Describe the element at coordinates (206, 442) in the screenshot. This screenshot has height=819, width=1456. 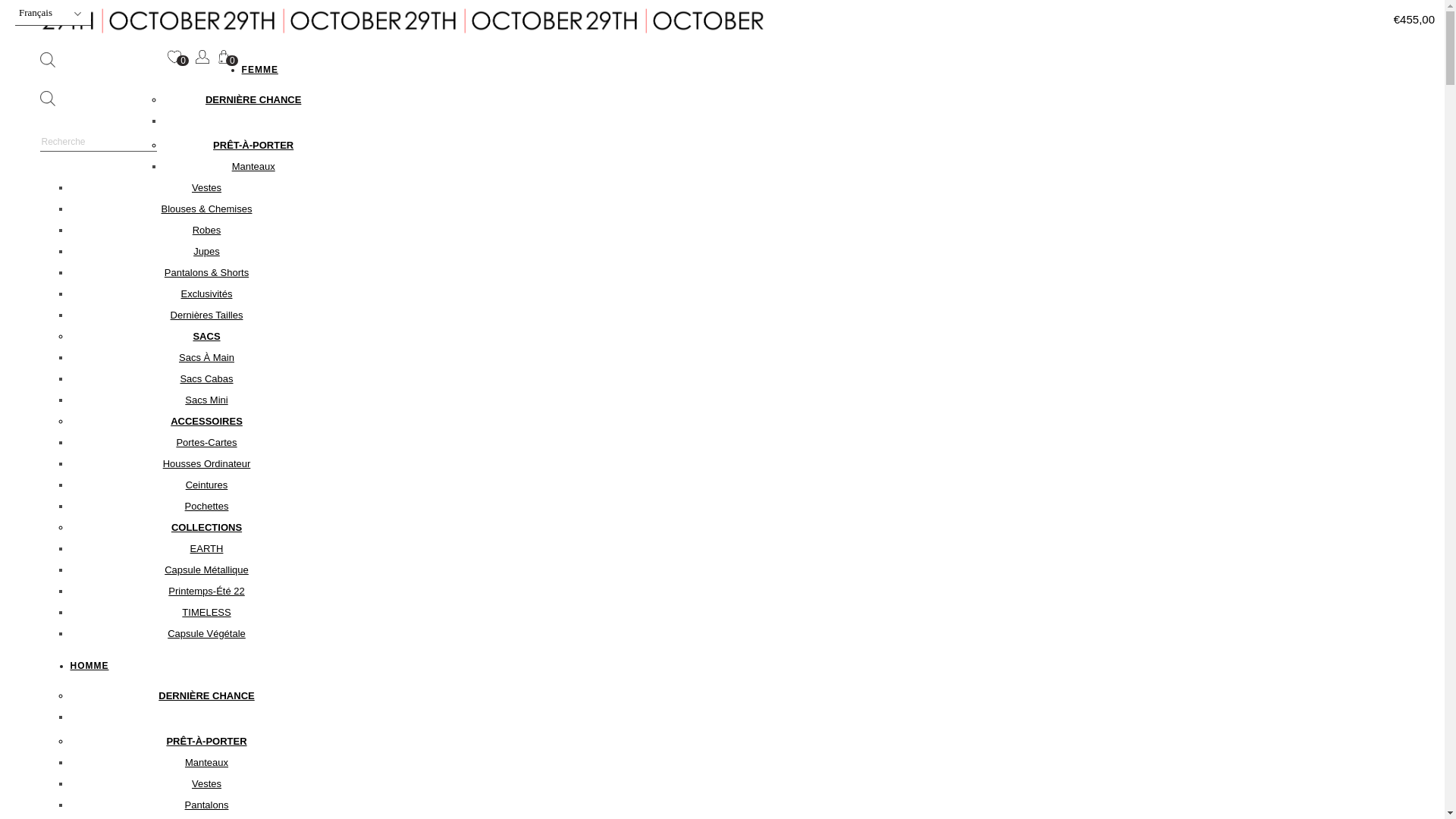
I see `'Portes-Cartes'` at that location.